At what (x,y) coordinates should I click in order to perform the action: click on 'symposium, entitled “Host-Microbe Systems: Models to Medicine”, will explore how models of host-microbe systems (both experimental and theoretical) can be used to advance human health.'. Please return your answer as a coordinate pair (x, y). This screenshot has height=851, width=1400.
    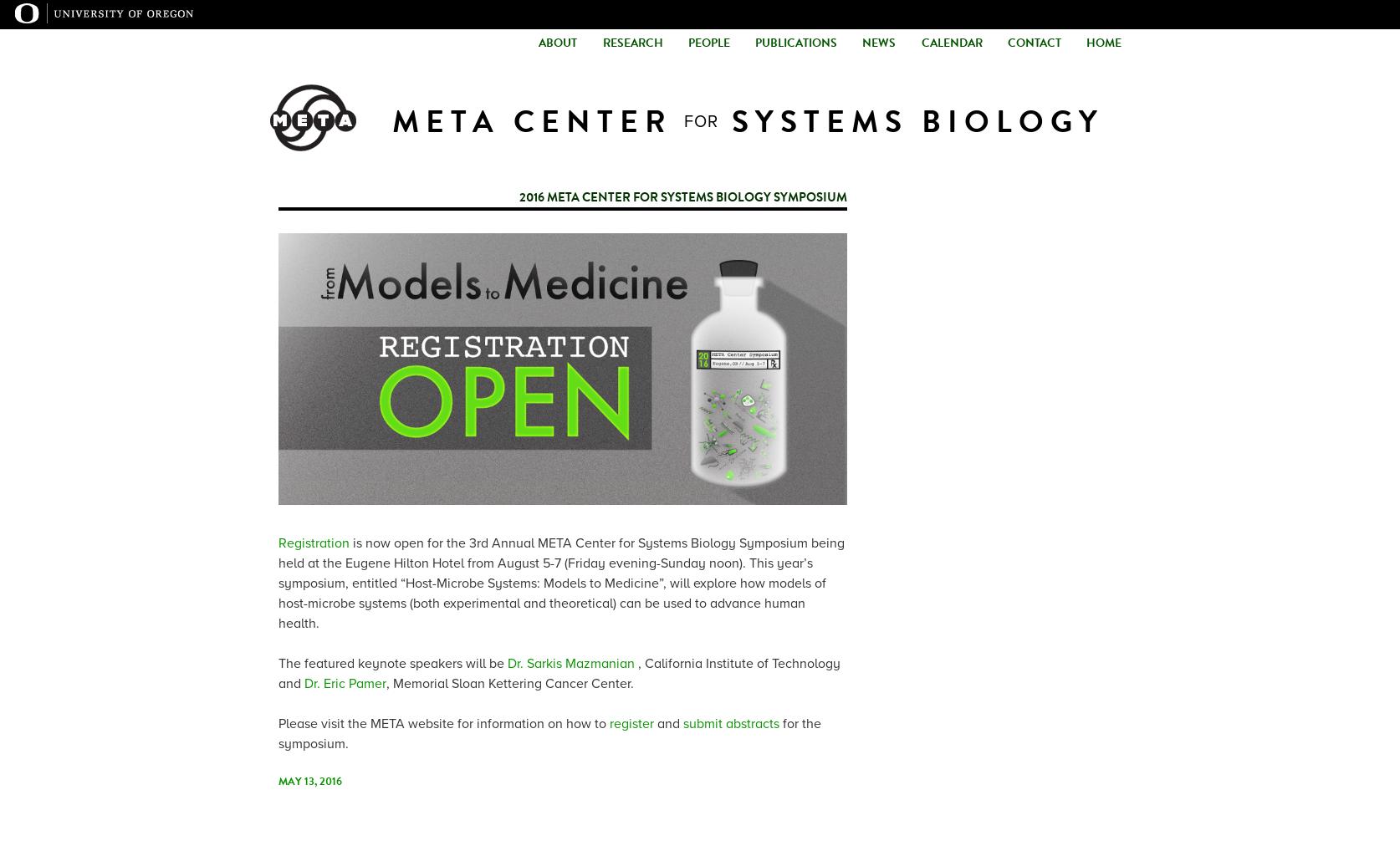
    Looking at the image, I should click on (278, 602).